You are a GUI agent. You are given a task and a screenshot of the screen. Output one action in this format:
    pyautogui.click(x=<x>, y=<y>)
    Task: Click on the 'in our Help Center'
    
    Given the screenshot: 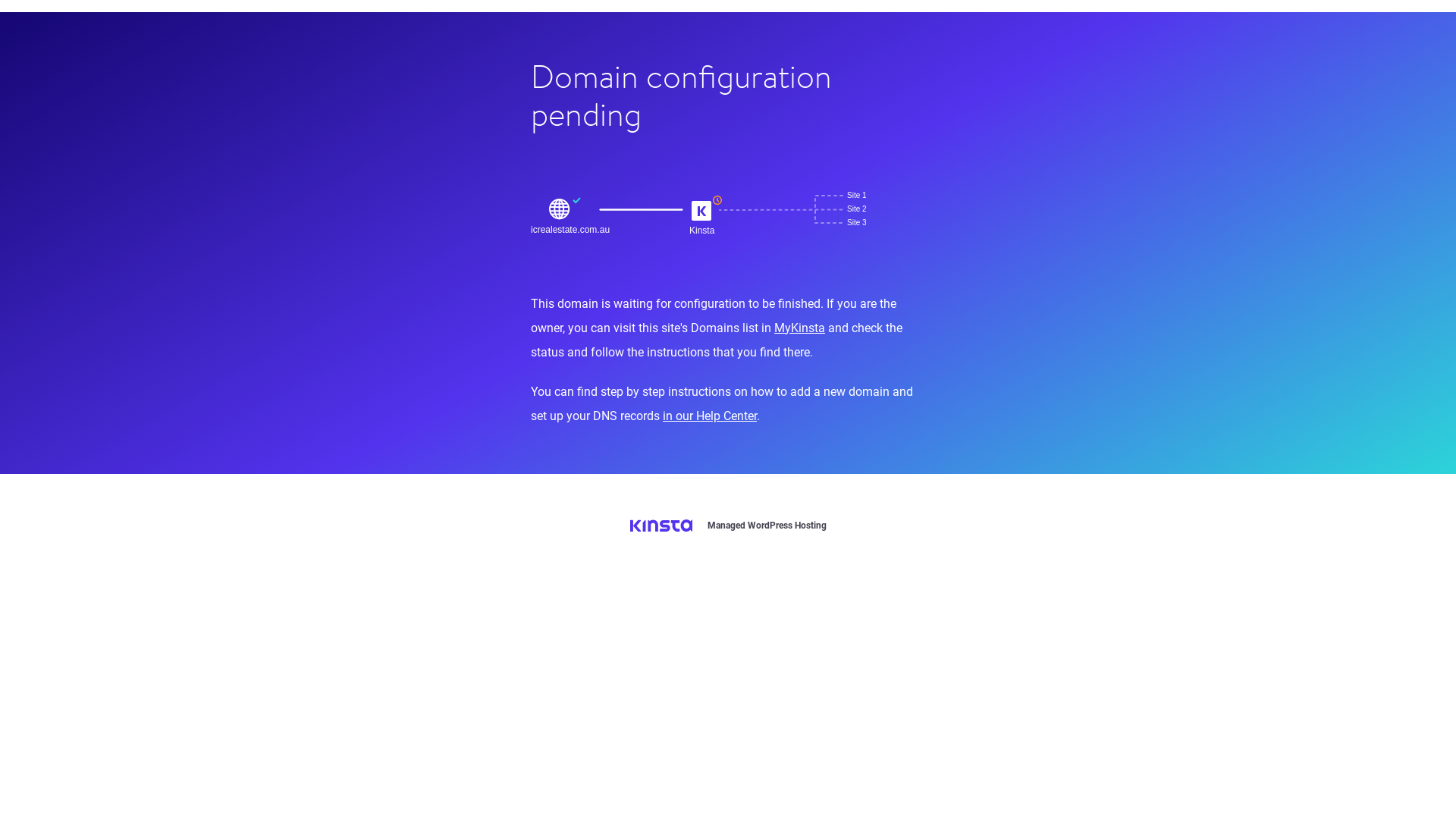 What is the action you would take?
    pyautogui.click(x=709, y=416)
    